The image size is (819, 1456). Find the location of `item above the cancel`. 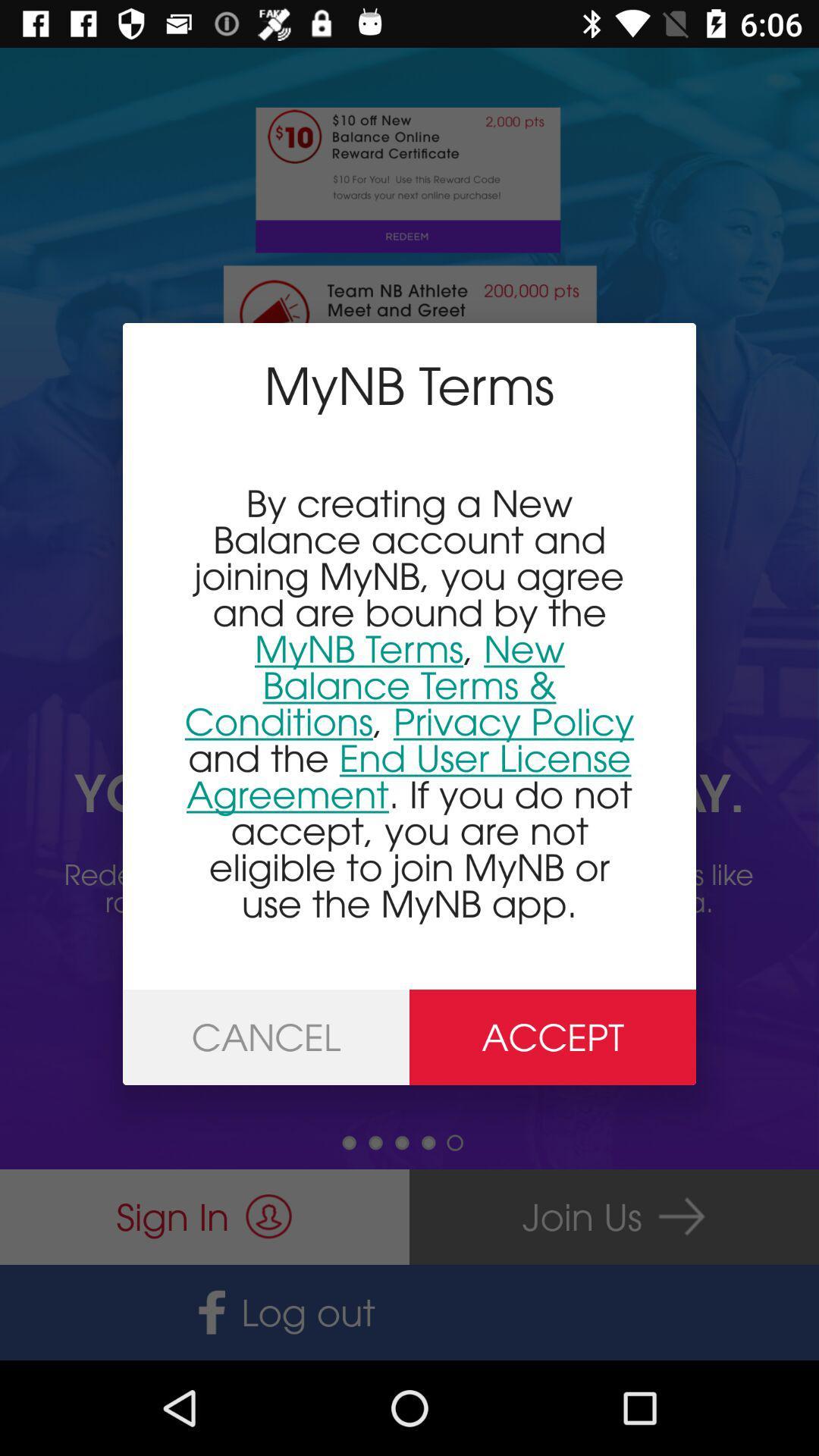

item above the cancel is located at coordinates (409, 702).